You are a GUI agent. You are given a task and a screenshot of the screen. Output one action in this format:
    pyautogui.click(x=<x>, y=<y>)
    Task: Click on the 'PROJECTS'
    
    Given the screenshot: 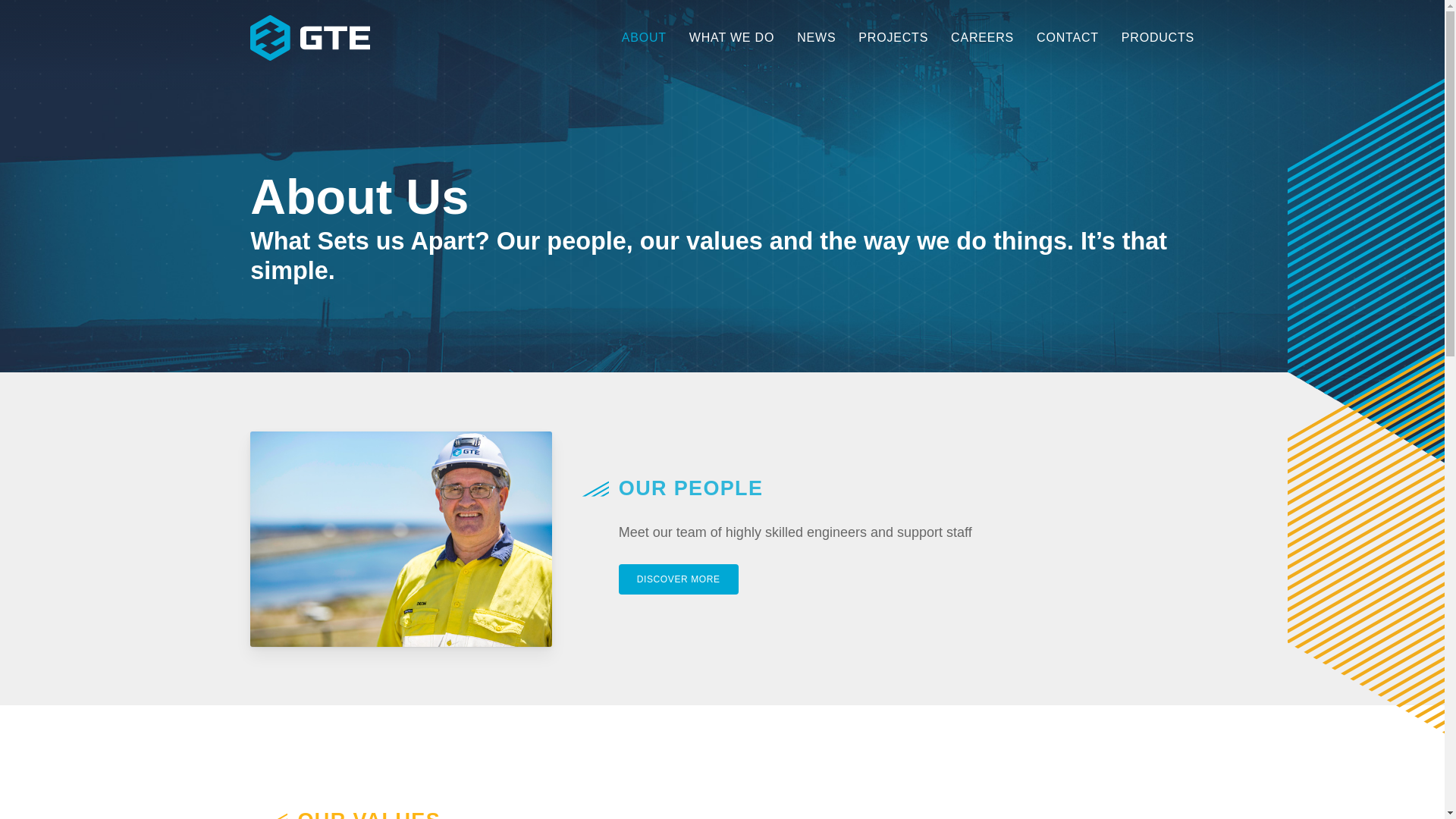 What is the action you would take?
    pyautogui.click(x=893, y=37)
    